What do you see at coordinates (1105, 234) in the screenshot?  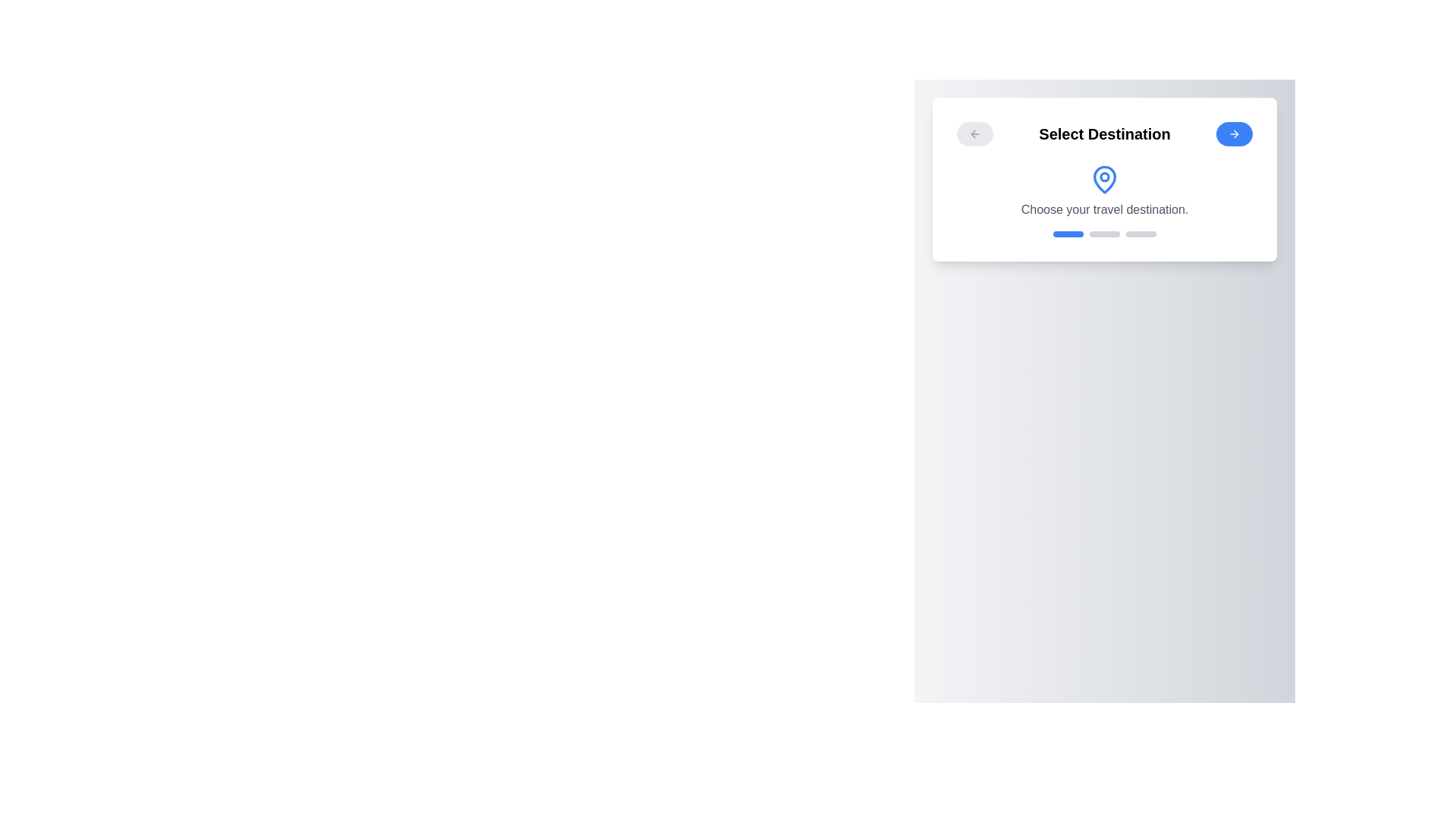 I see `the progress indicator located at the bottom of the white card titled 'Select Destination' with the subtitle 'Choose your travel destination'` at bounding box center [1105, 234].